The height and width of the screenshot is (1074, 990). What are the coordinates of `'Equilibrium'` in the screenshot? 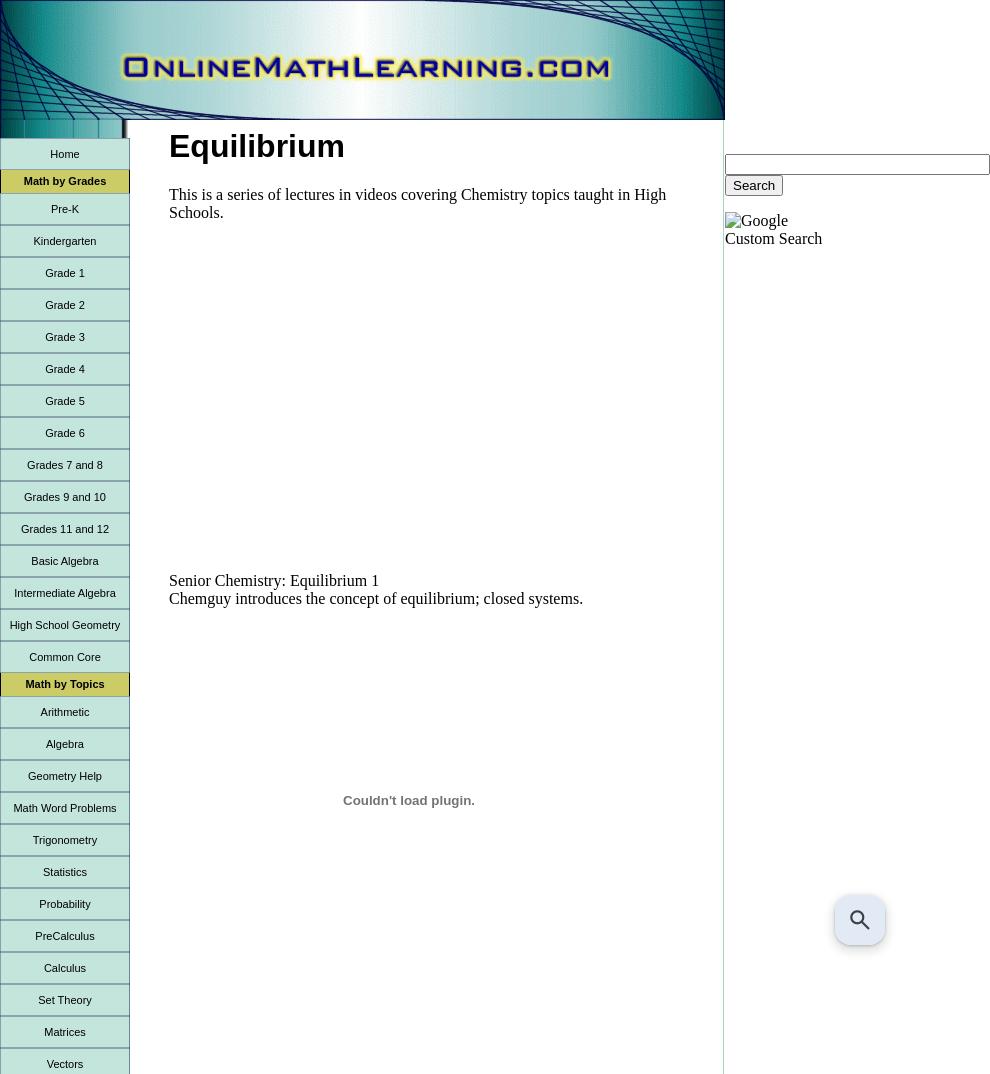 It's located at (257, 144).